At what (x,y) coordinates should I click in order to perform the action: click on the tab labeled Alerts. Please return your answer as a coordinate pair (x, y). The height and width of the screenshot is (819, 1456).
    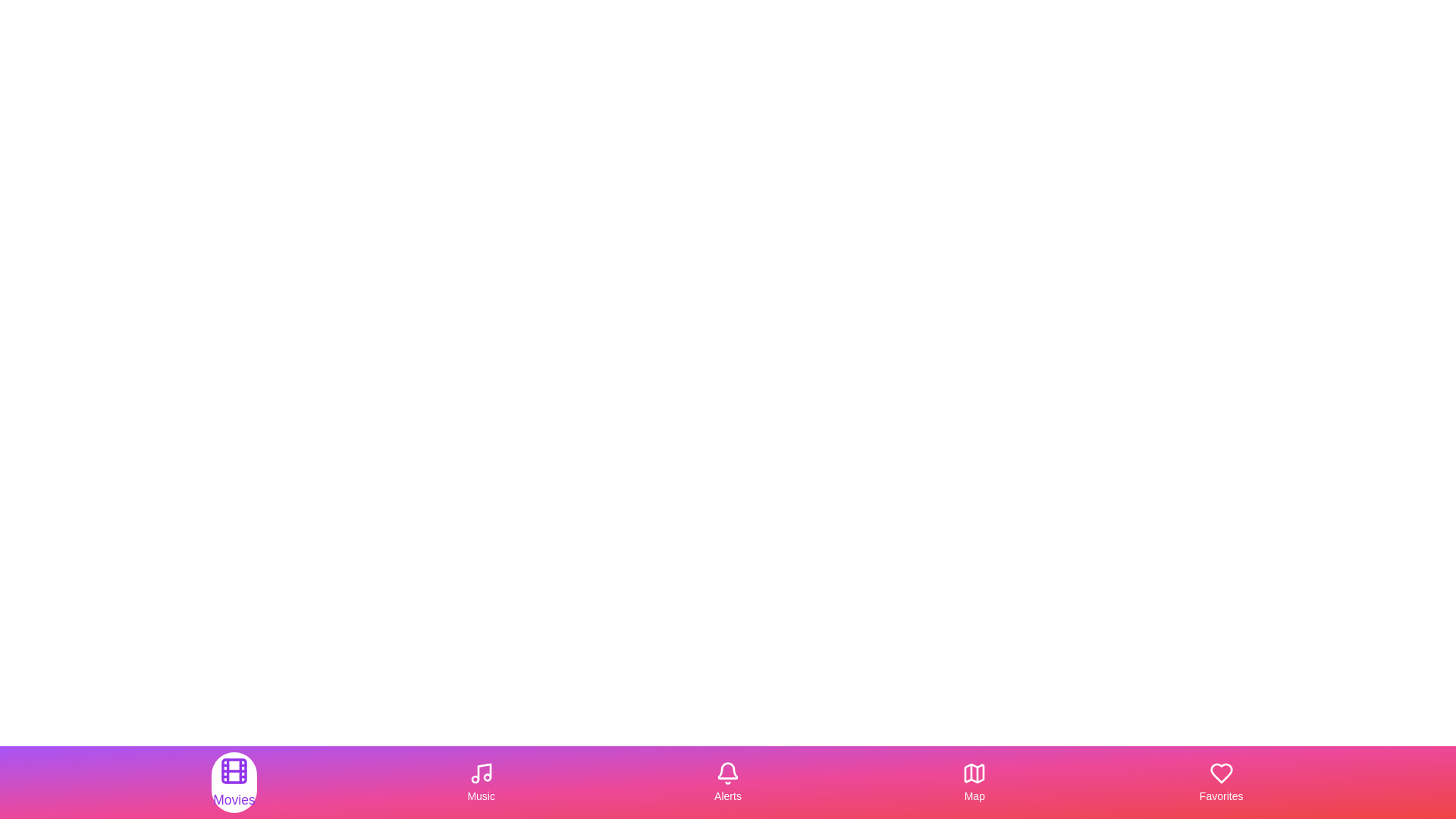
    Looking at the image, I should click on (726, 783).